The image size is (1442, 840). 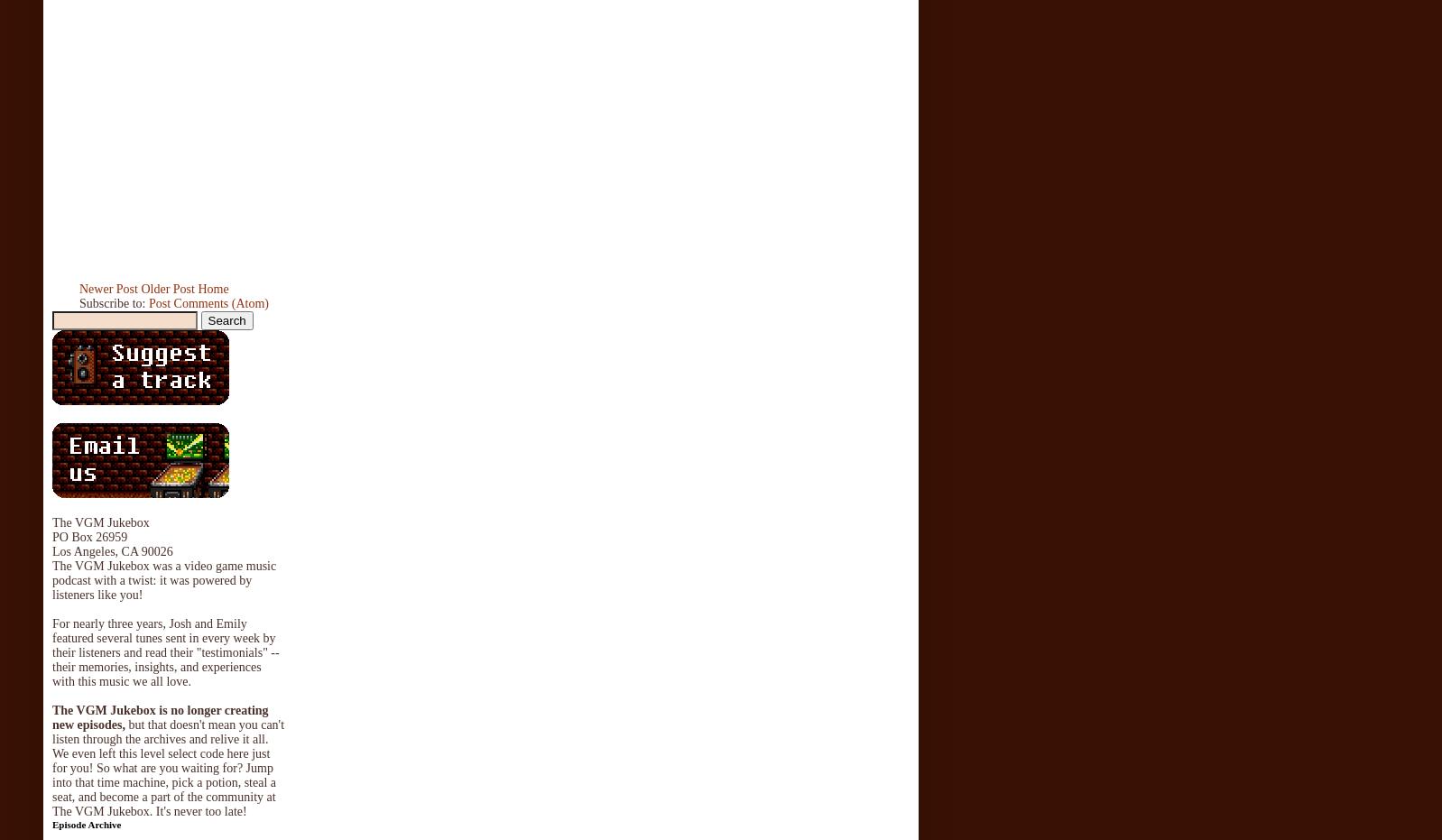 What do you see at coordinates (164, 651) in the screenshot?
I see `'For nearly three years, Josh and Emily featured several tunes sent in every week by their listeners and read their "testimonials" -- their memories,  insights, and experiences with this music we all love.'` at bounding box center [164, 651].